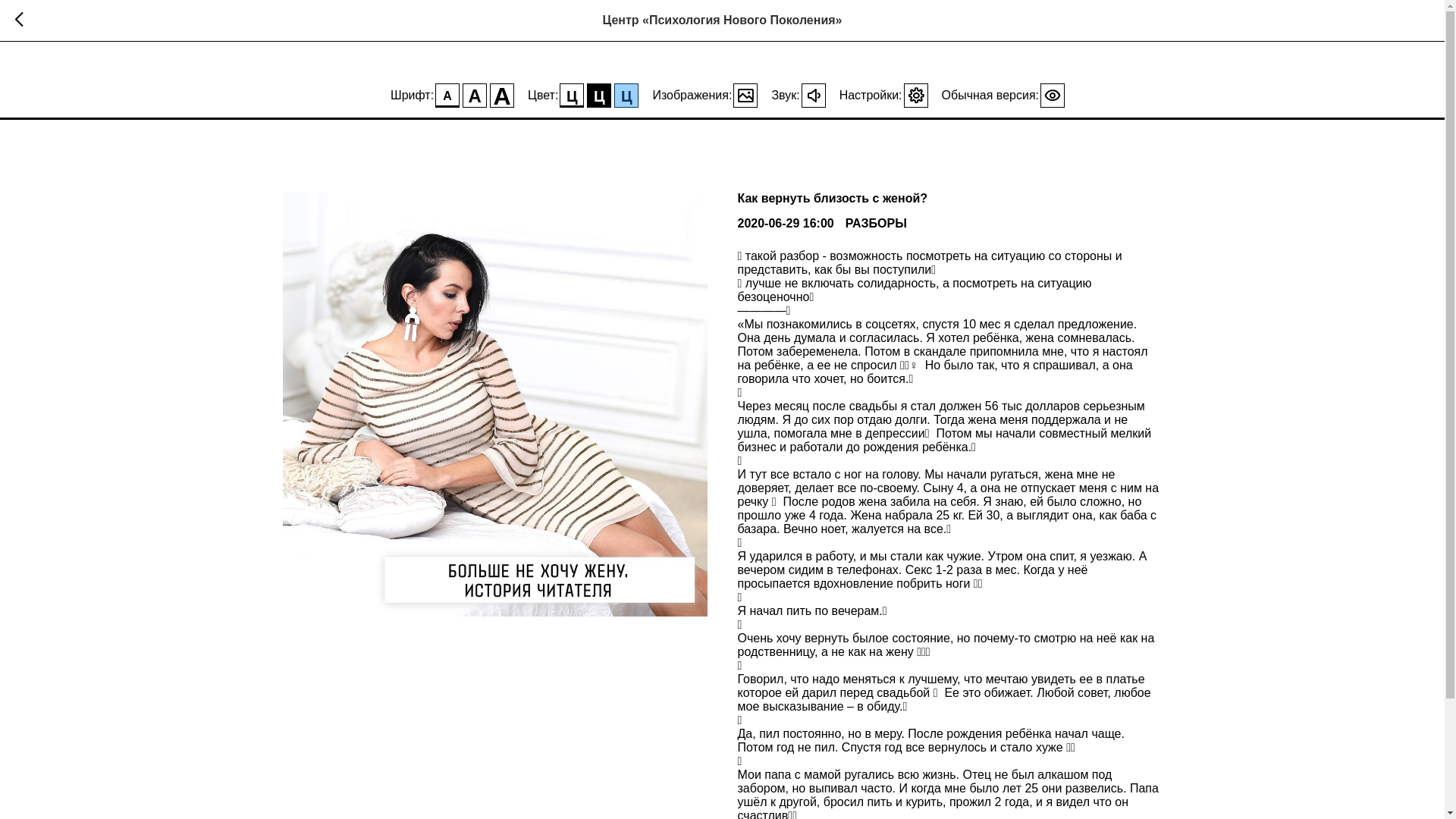 The height and width of the screenshot is (819, 1456). I want to click on 'A', so click(502, 96).